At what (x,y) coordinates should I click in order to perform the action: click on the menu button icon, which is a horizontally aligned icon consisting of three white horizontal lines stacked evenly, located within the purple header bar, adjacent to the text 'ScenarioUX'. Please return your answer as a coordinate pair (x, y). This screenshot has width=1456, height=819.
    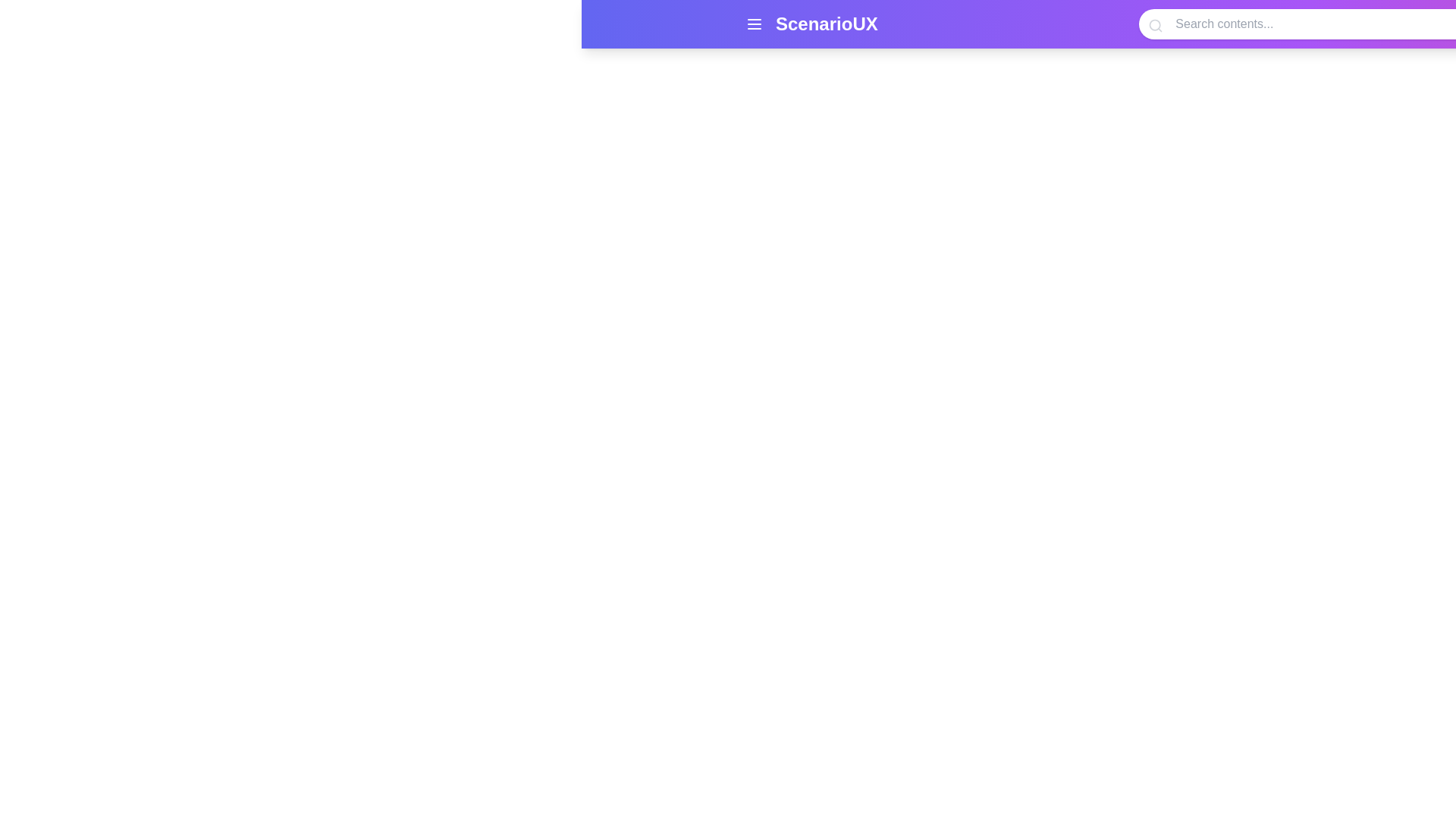
    Looking at the image, I should click on (754, 24).